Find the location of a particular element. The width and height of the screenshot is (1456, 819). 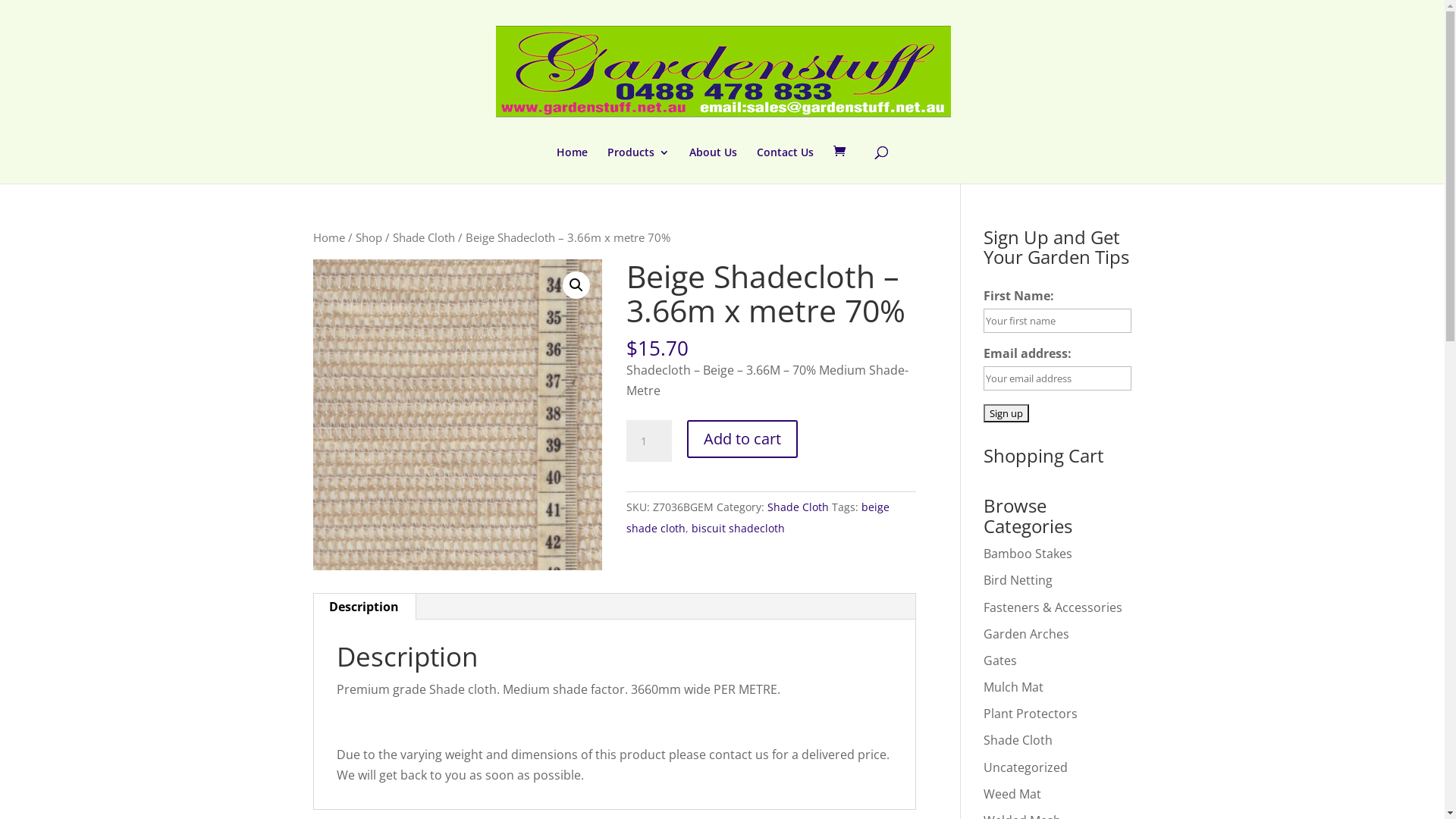

'Plant Protectors' is located at coordinates (983, 714).